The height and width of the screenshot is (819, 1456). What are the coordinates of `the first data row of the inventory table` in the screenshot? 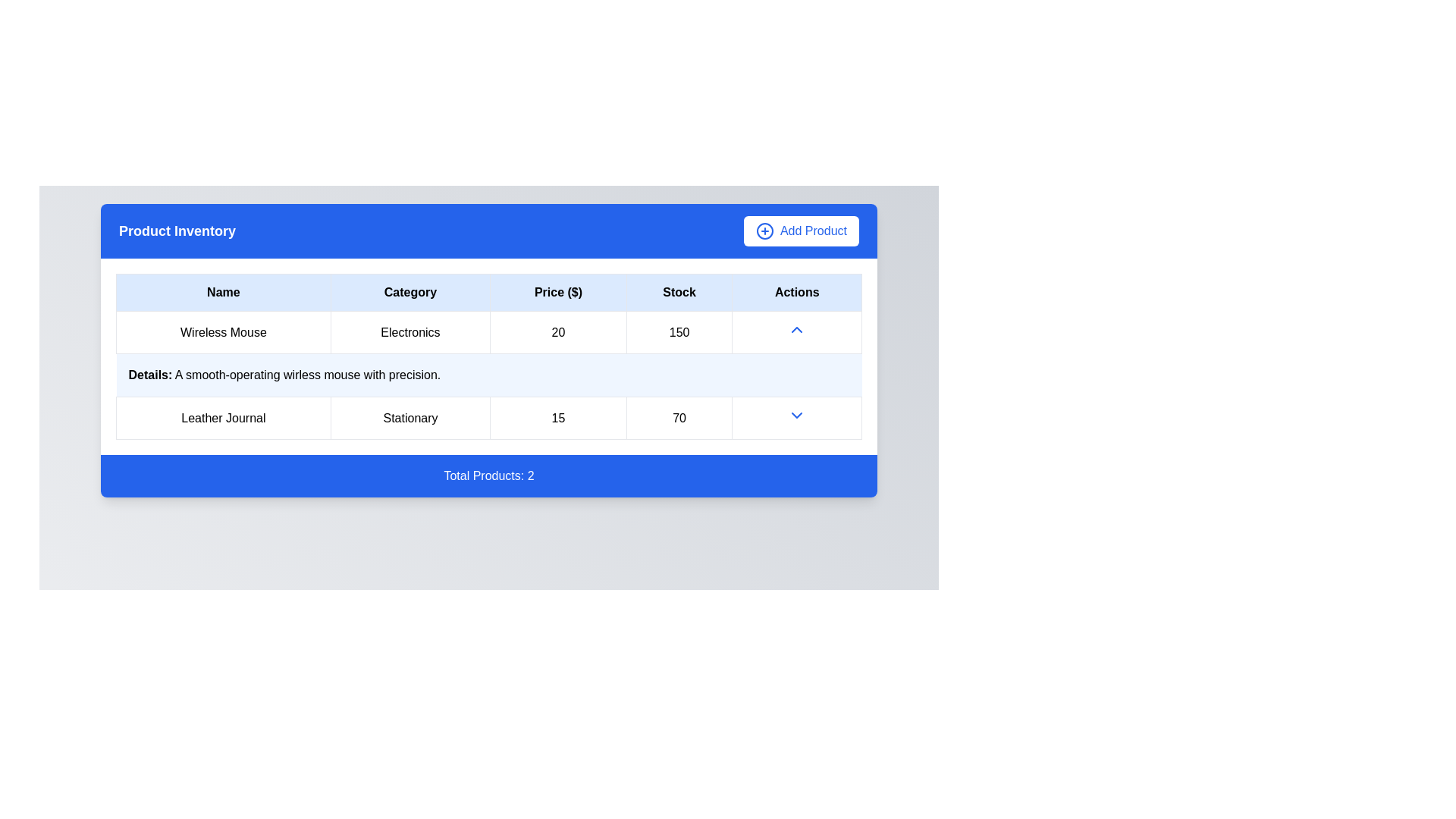 It's located at (488, 331).